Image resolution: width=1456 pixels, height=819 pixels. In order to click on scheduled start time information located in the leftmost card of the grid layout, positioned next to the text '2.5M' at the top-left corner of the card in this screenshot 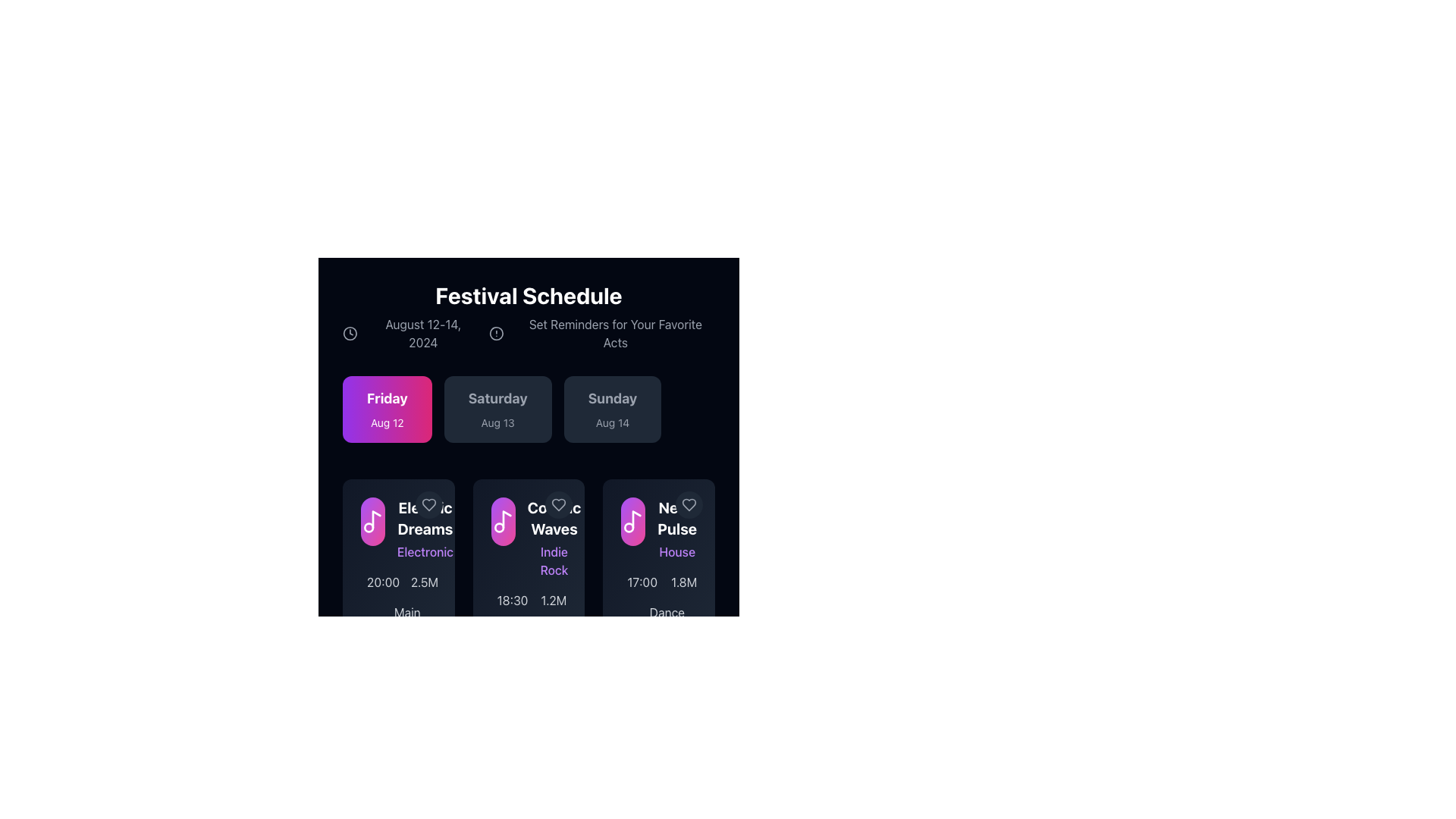, I will do `click(376, 581)`.